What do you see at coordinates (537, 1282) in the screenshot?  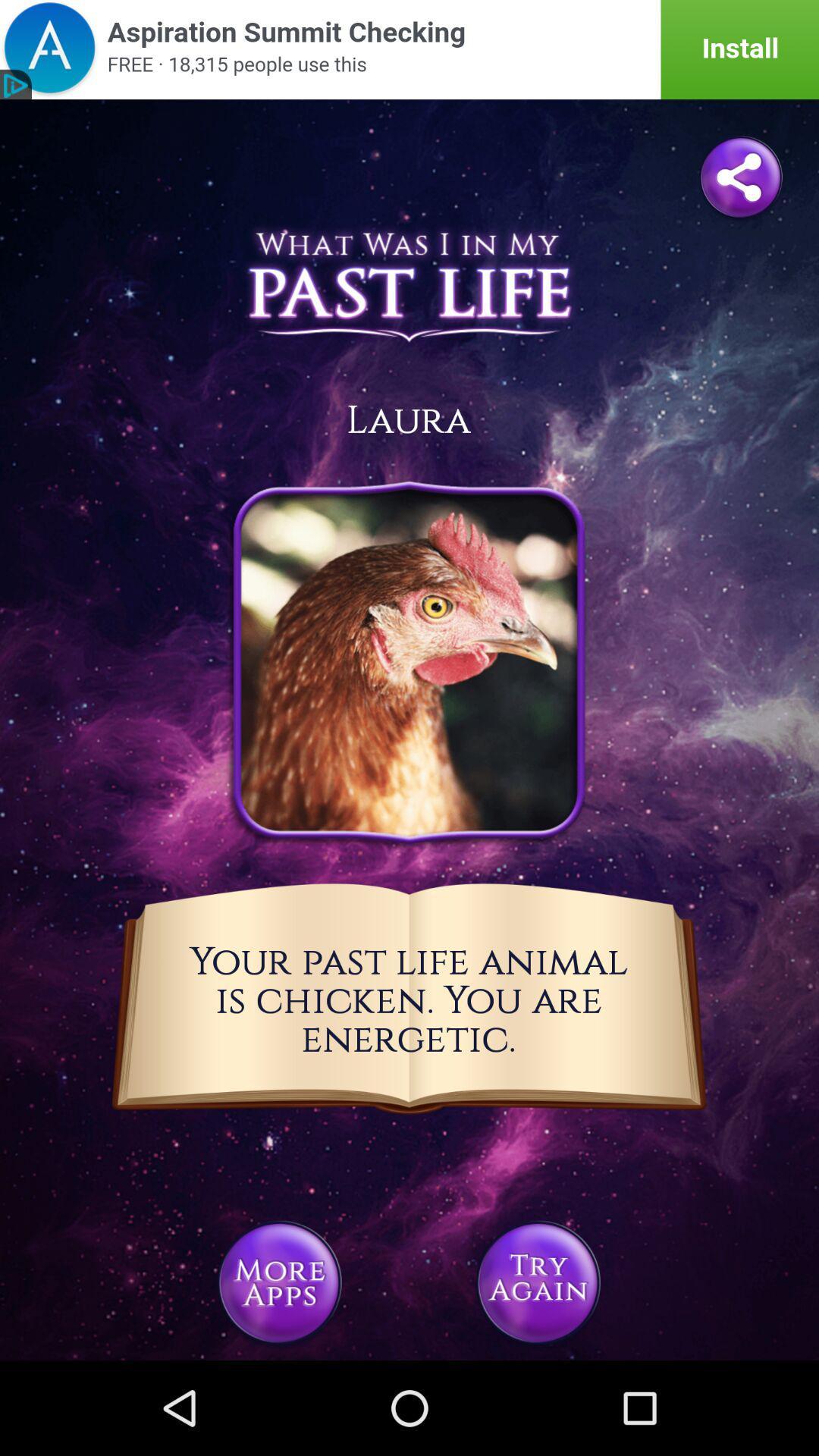 I see `try again option` at bounding box center [537, 1282].